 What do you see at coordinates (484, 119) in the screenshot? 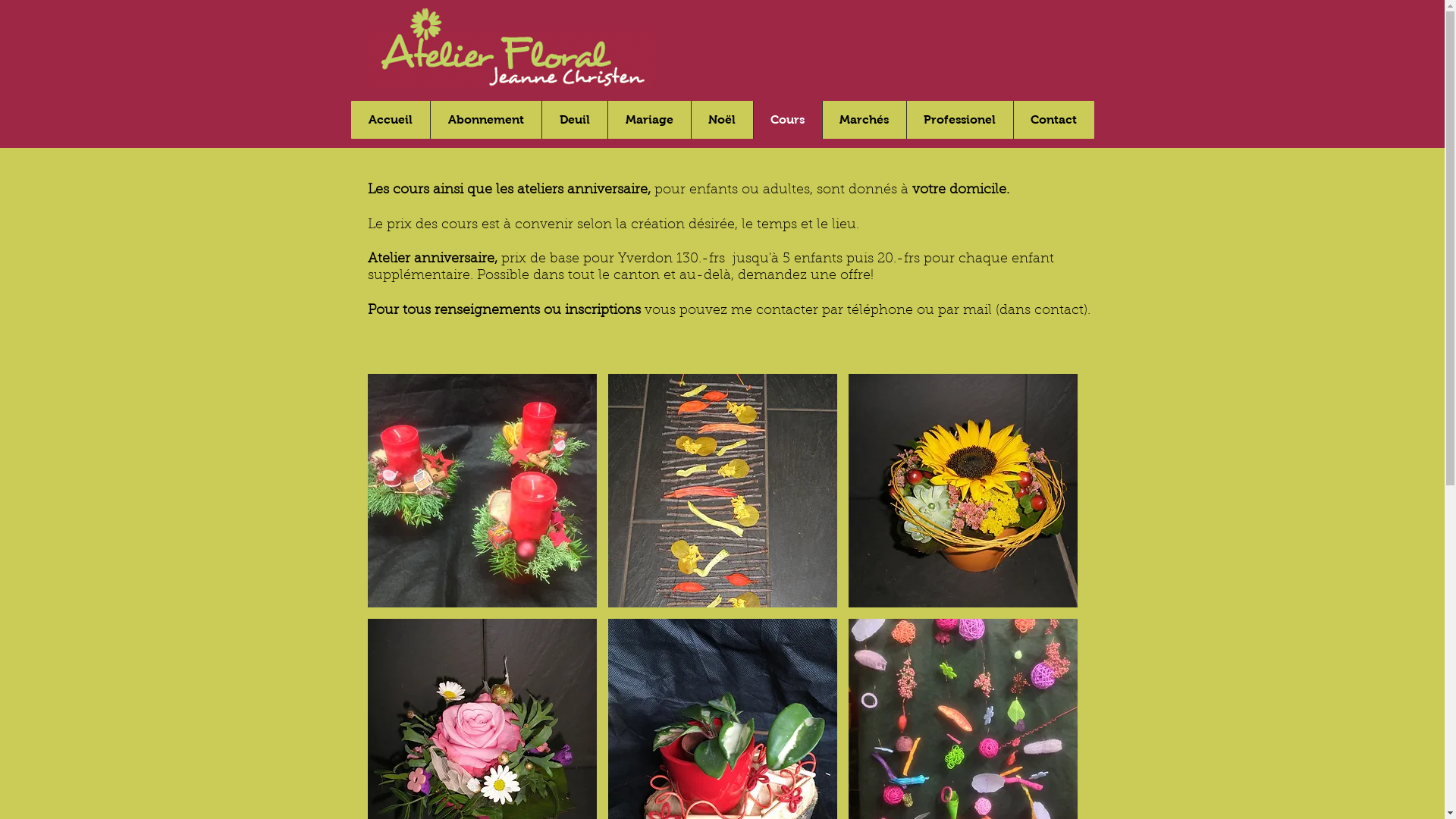
I see `'Abonnement'` at bounding box center [484, 119].